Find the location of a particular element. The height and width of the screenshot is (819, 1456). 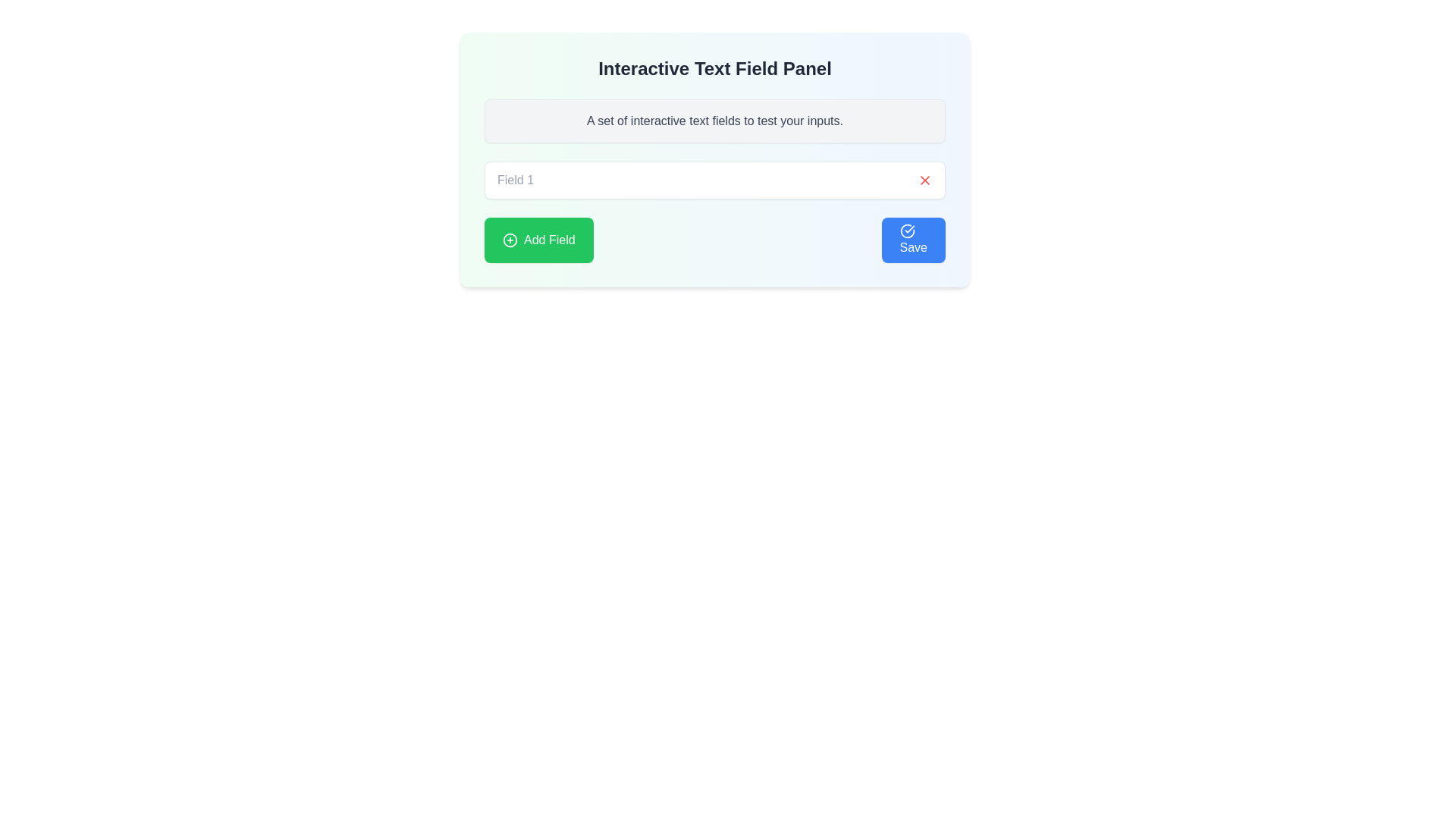

the Vector Graphic (Circle) which is part of the 'Add Field' button icon is located at coordinates (510, 239).